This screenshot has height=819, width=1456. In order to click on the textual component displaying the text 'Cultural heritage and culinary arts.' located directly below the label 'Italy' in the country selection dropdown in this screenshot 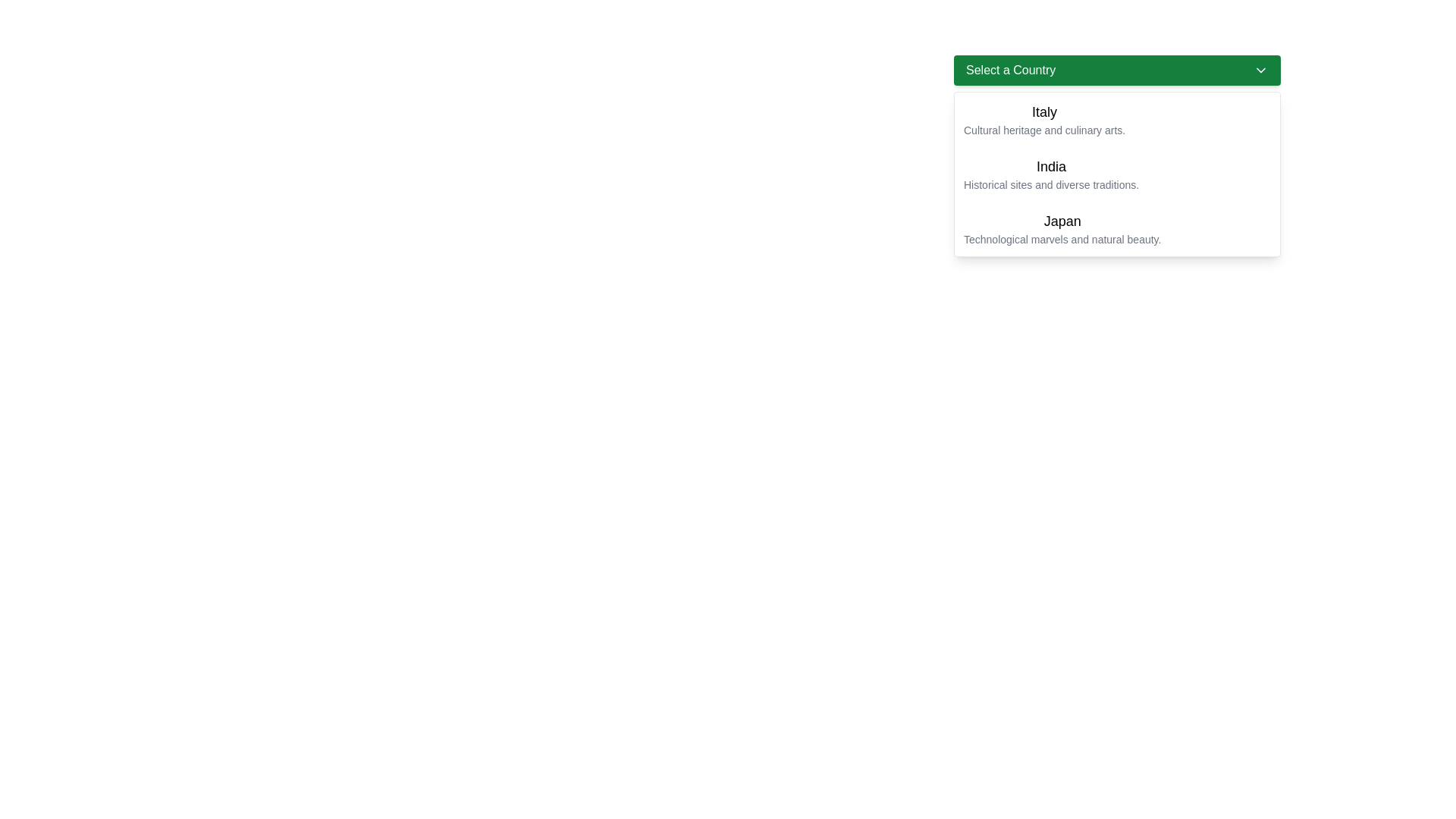, I will do `click(1043, 130)`.